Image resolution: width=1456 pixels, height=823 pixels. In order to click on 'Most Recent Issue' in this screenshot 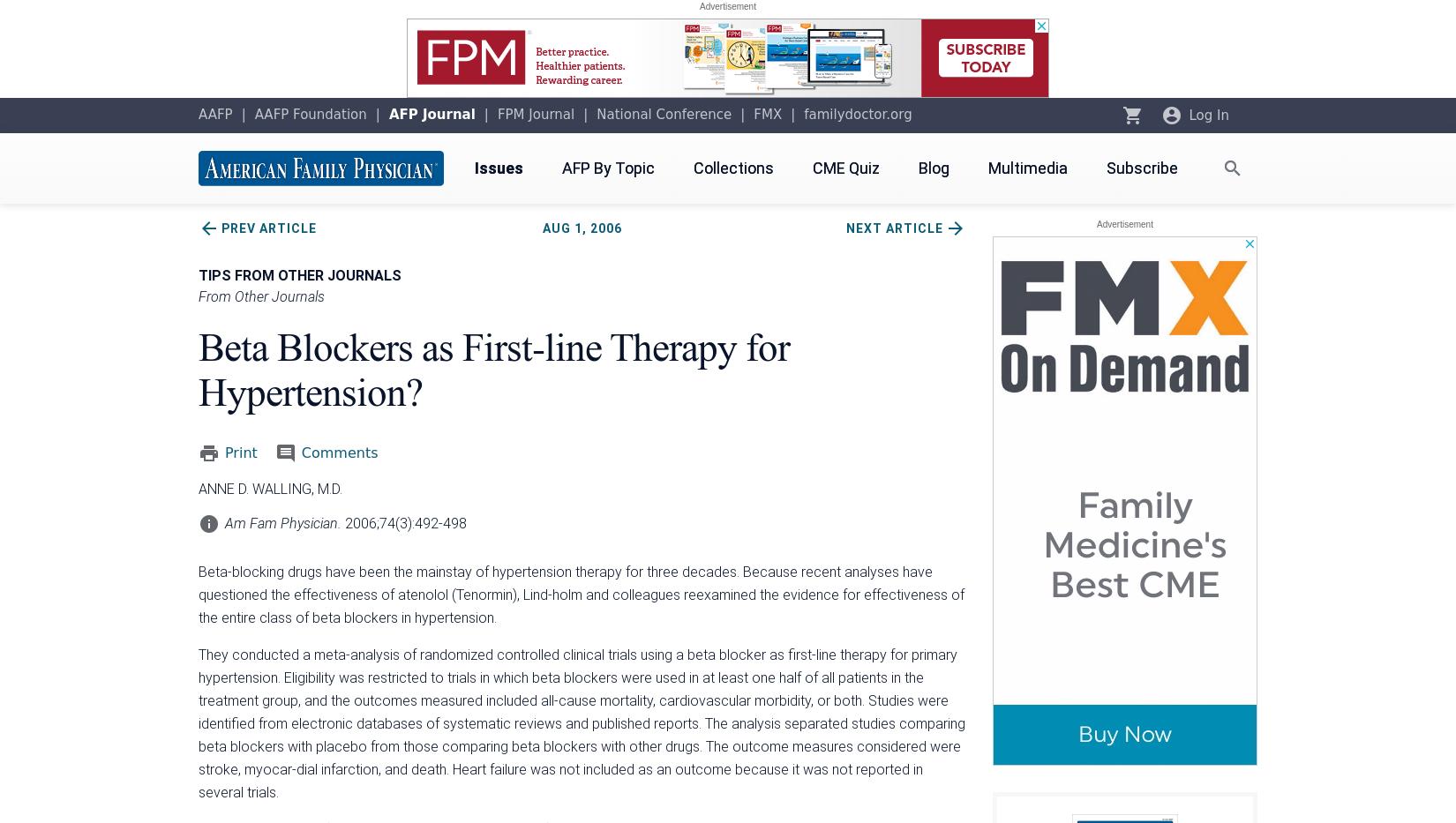, I will do `click(1035, 324)`.